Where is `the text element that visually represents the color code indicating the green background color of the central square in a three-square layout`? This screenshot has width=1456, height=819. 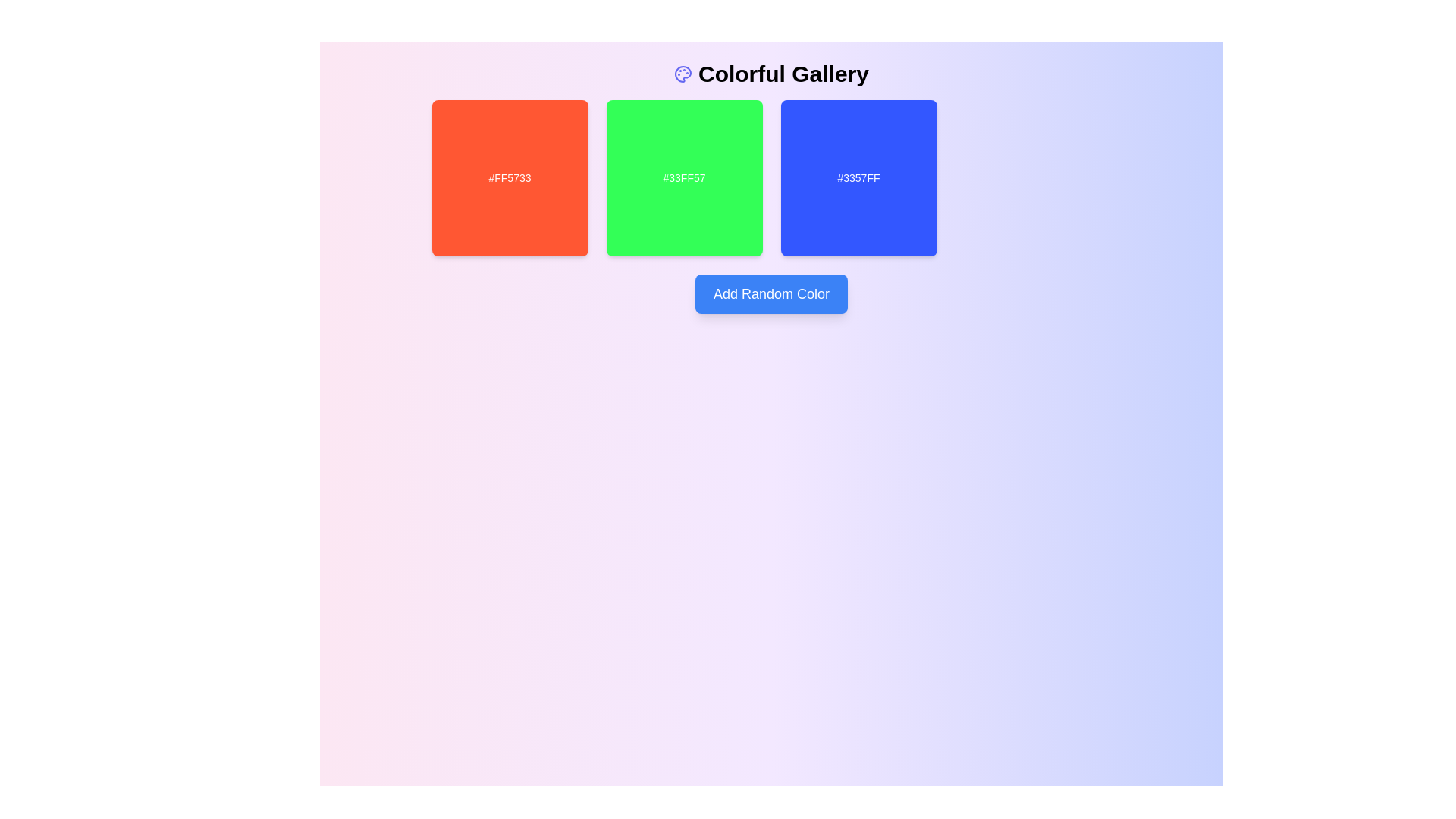 the text element that visually represents the color code indicating the green background color of the central square in a three-square layout is located at coordinates (683, 177).